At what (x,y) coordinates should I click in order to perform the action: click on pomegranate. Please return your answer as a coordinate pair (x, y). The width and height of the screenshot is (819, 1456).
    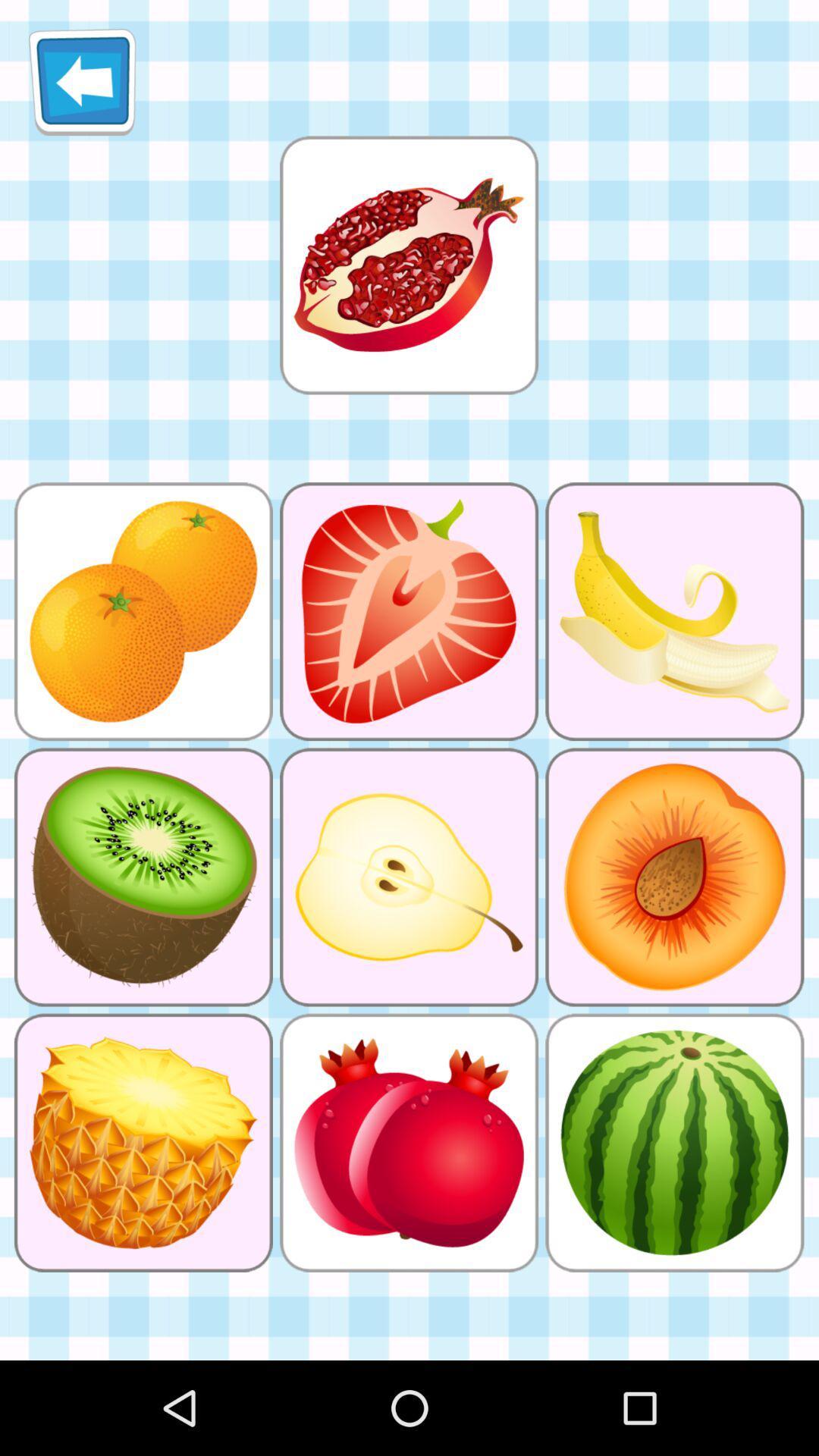
    Looking at the image, I should click on (408, 265).